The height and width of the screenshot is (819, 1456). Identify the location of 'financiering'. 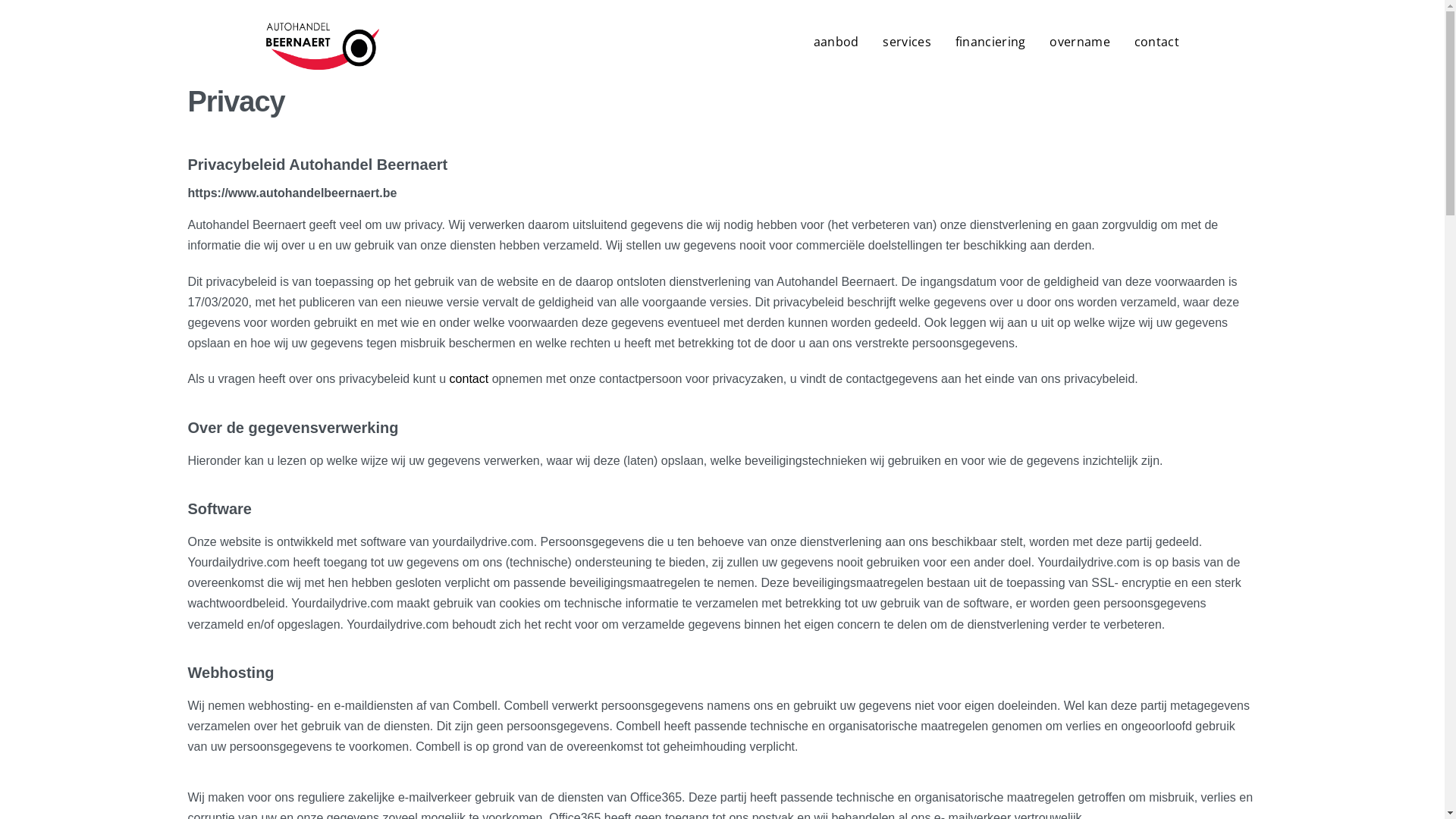
(990, 41).